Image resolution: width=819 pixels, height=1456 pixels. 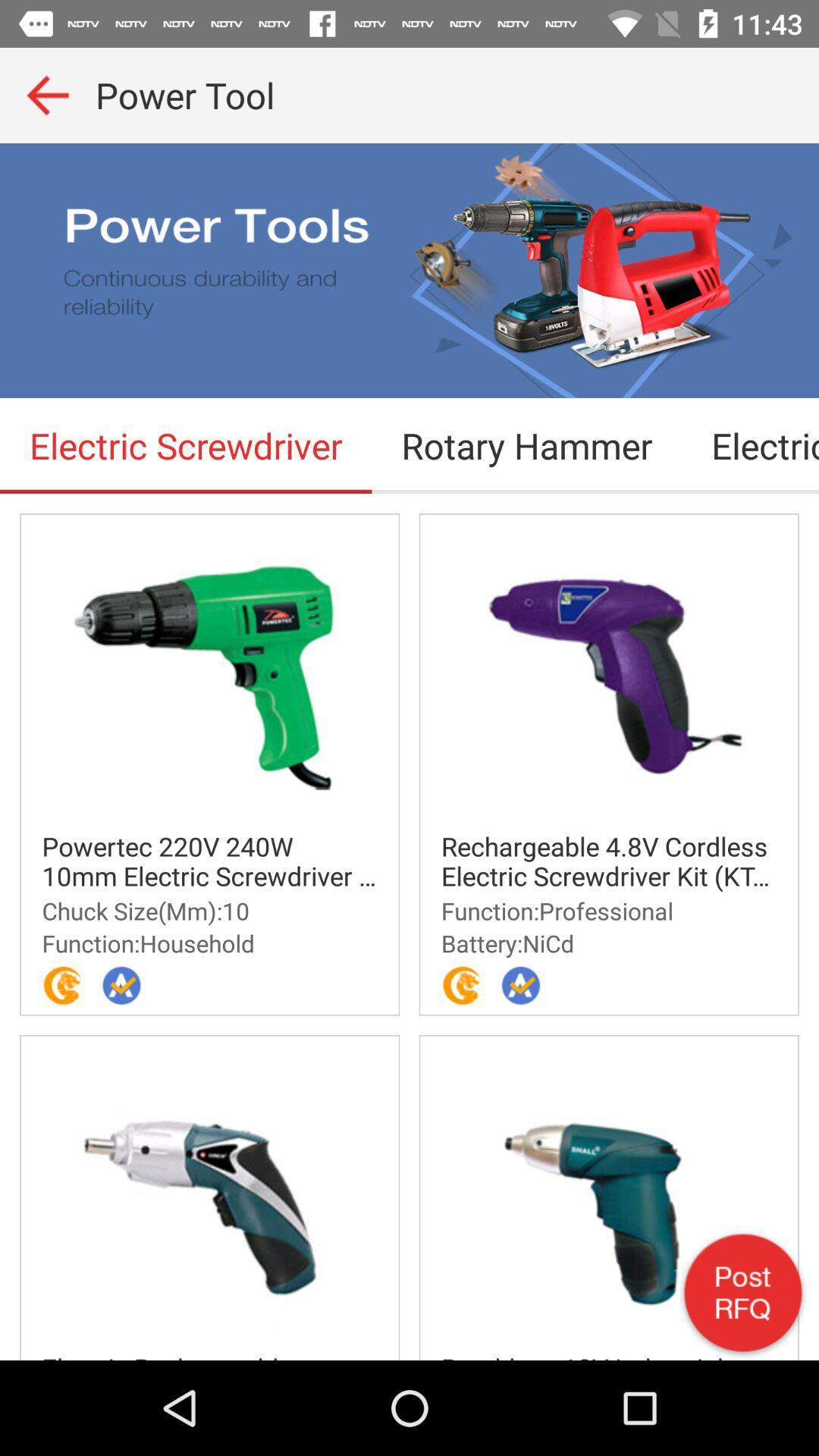 I want to click on go back, so click(x=46, y=94).